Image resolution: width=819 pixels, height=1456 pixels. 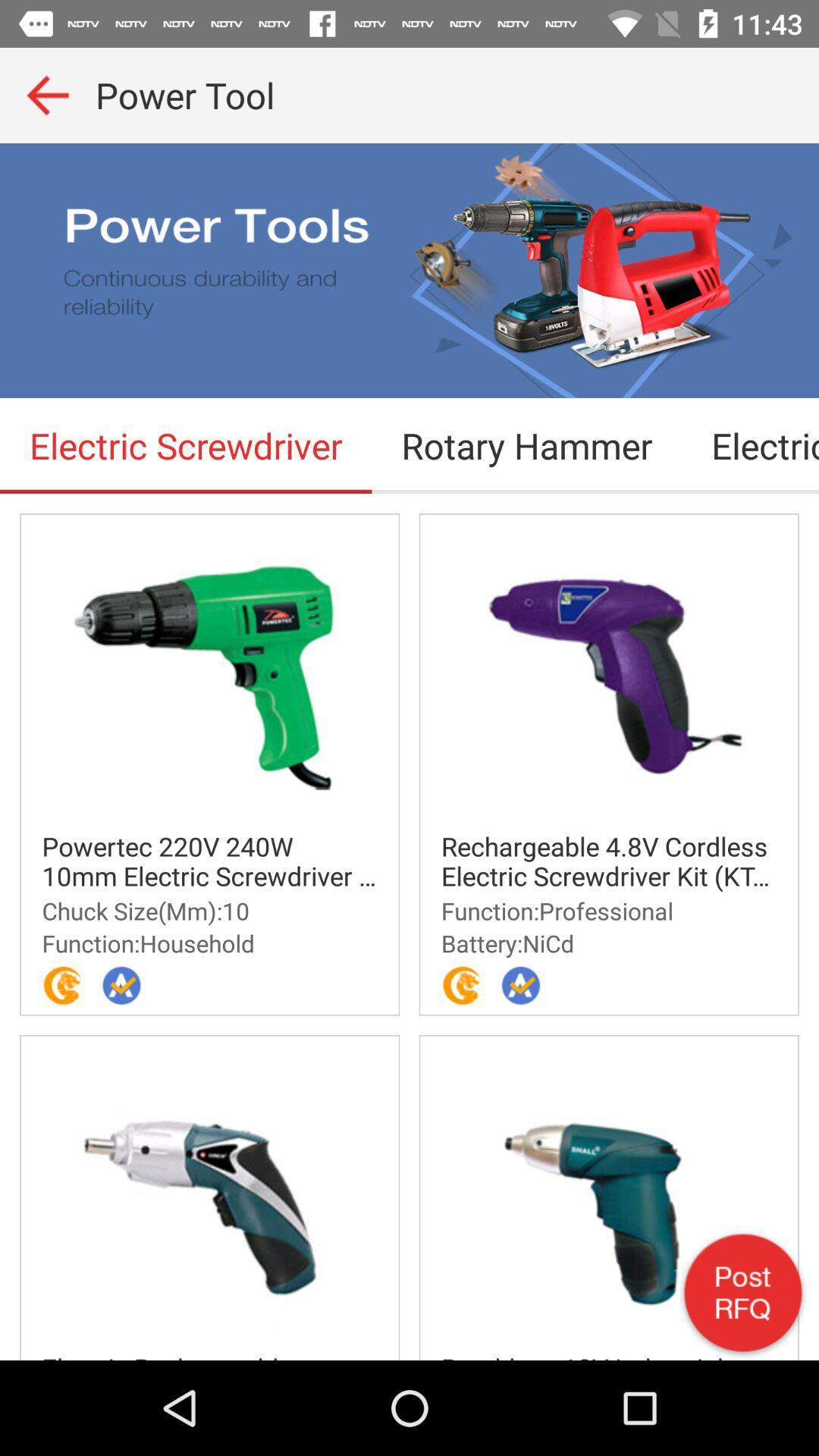 I want to click on go back, so click(x=46, y=94).